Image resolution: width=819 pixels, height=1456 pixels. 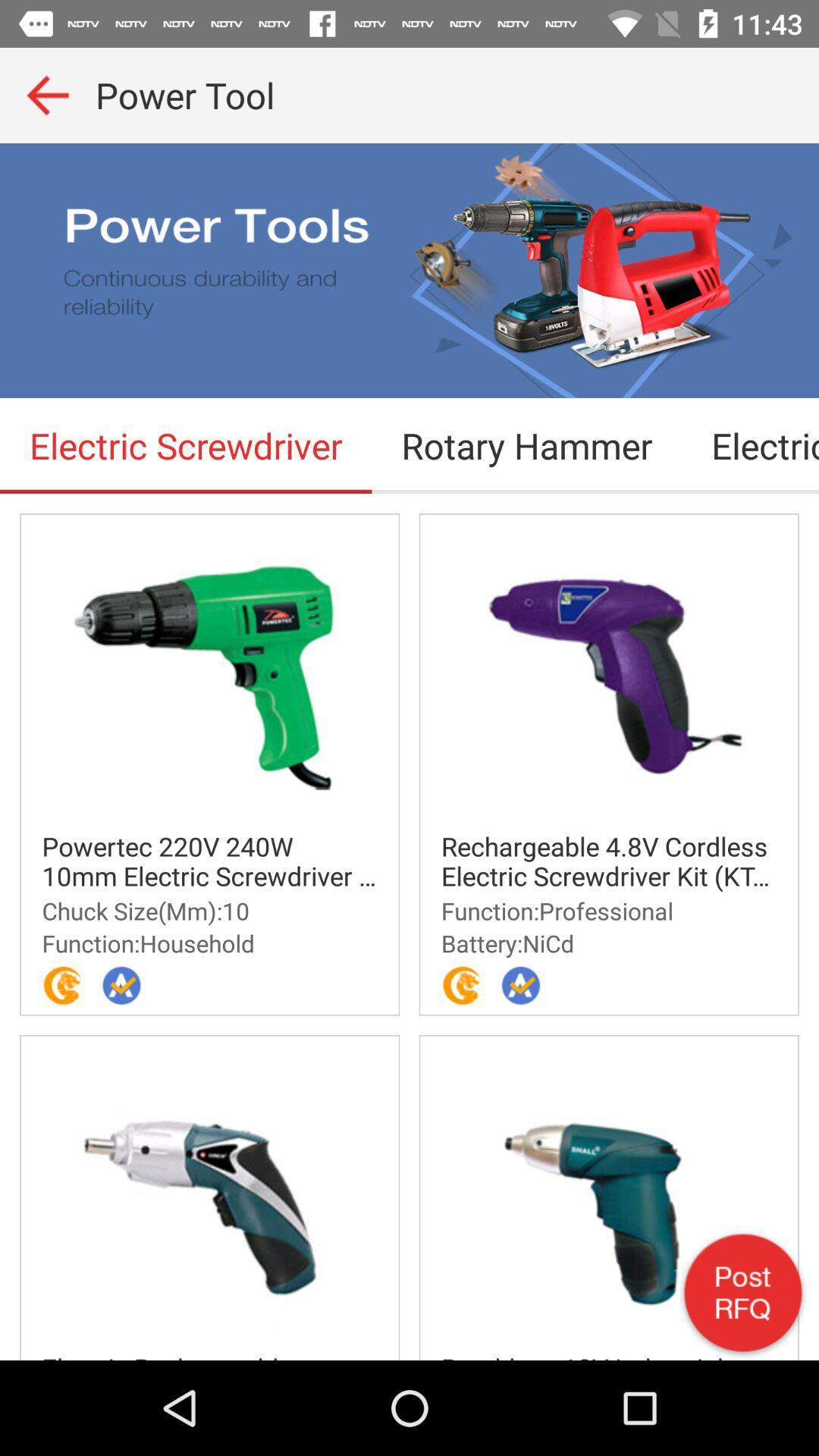 I want to click on go back, so click(x=46, y=94).